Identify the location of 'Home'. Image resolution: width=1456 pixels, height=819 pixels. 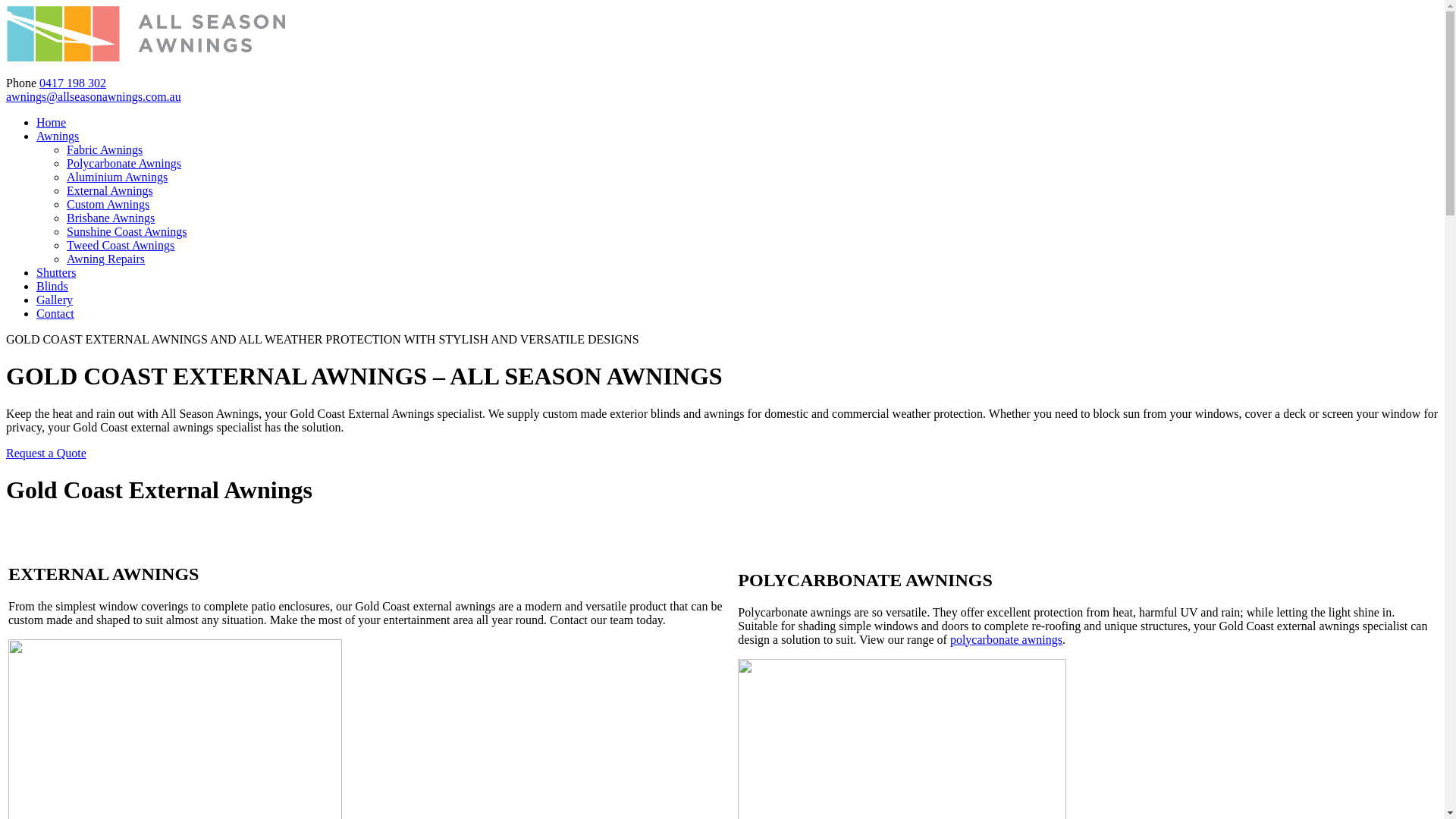
(36, 121).